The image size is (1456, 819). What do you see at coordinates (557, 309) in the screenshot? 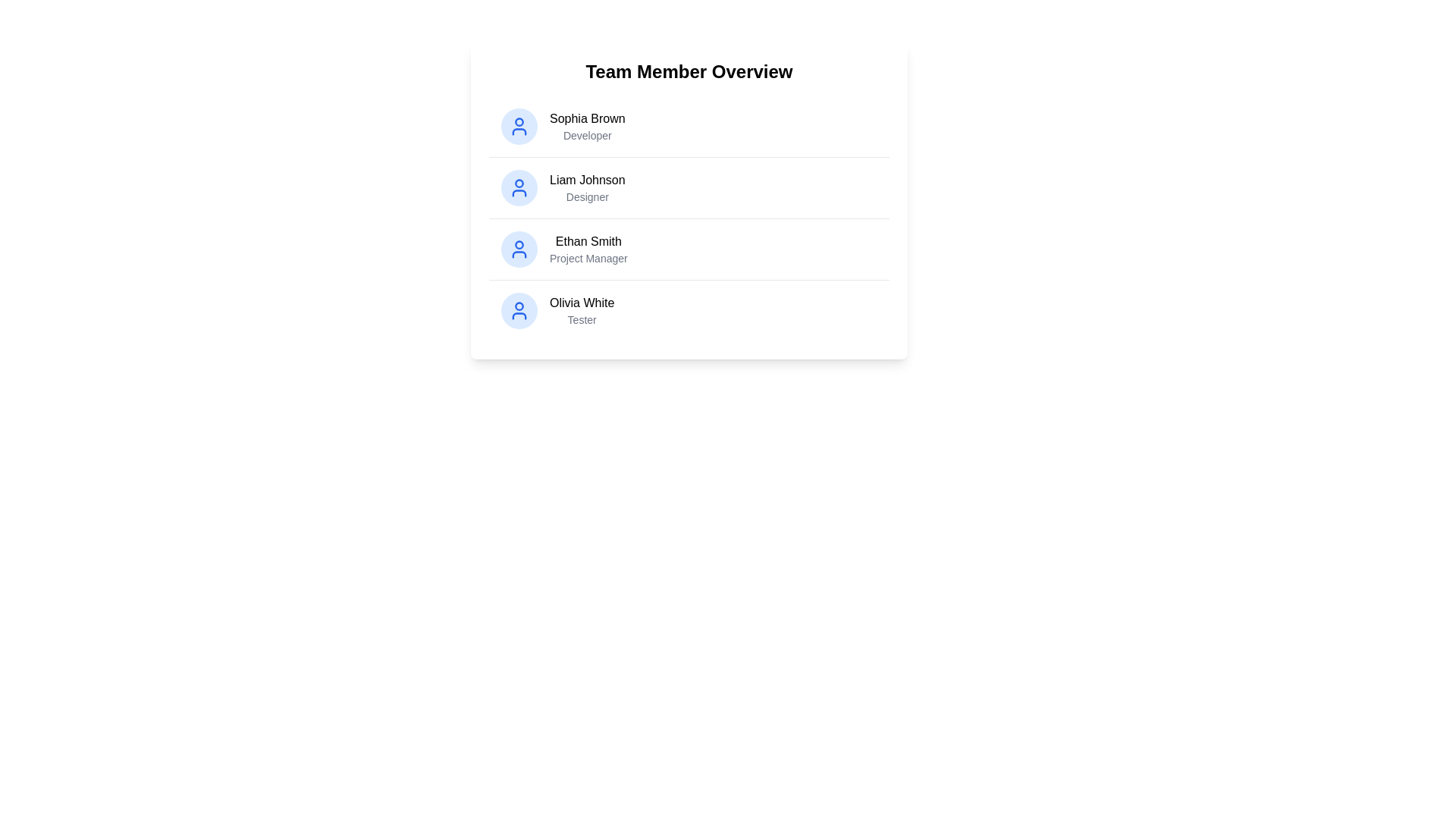
I see `the avatar in the fourth list item displaying detailed information about a team member` at bounding box center [557, 309].